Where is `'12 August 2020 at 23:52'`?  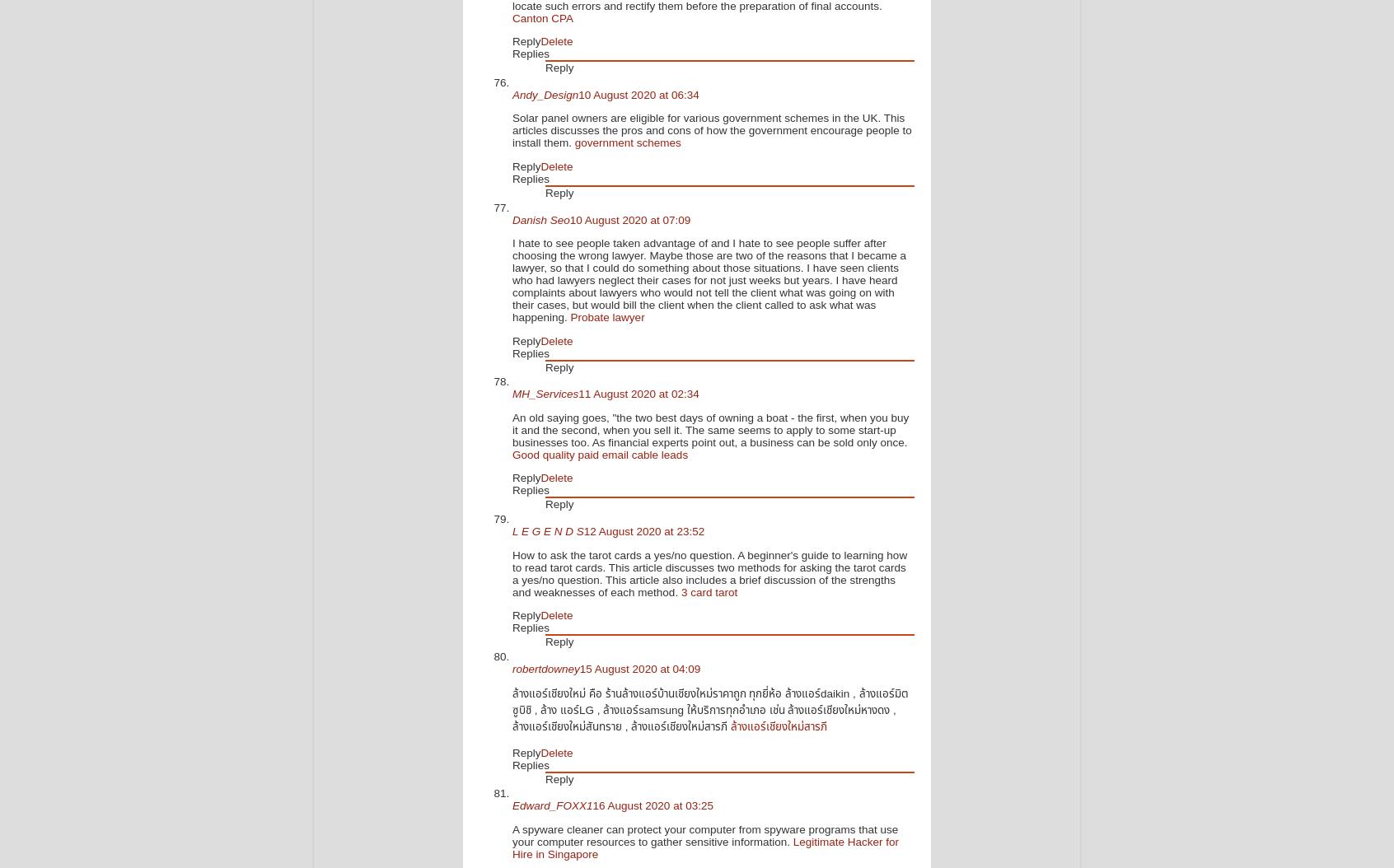
'12 August 2020 at 23:52' is located at coordinates (643, 531).